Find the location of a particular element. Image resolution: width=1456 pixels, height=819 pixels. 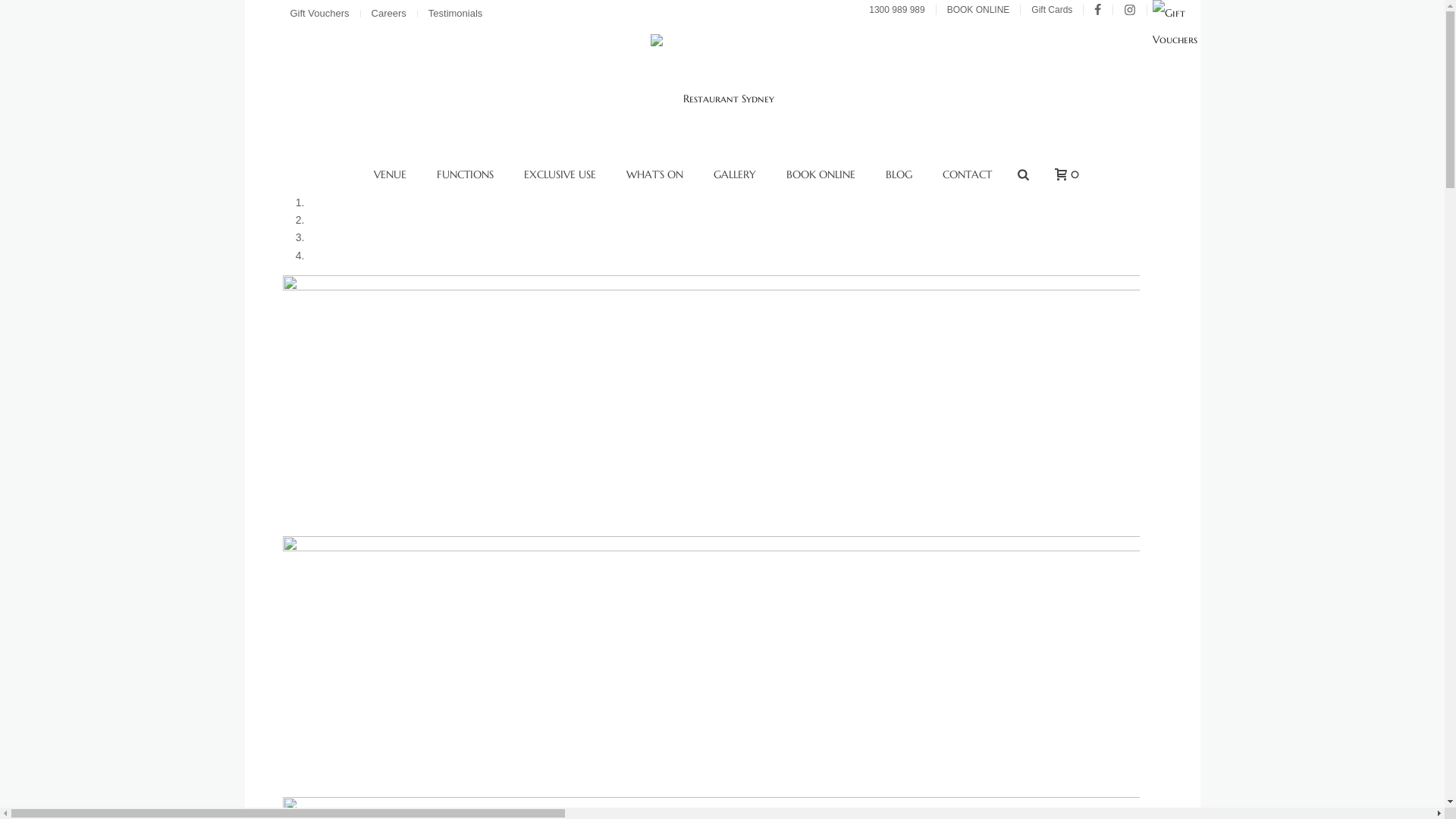

'adrbfast23header' is located at coordinates (709, 666).